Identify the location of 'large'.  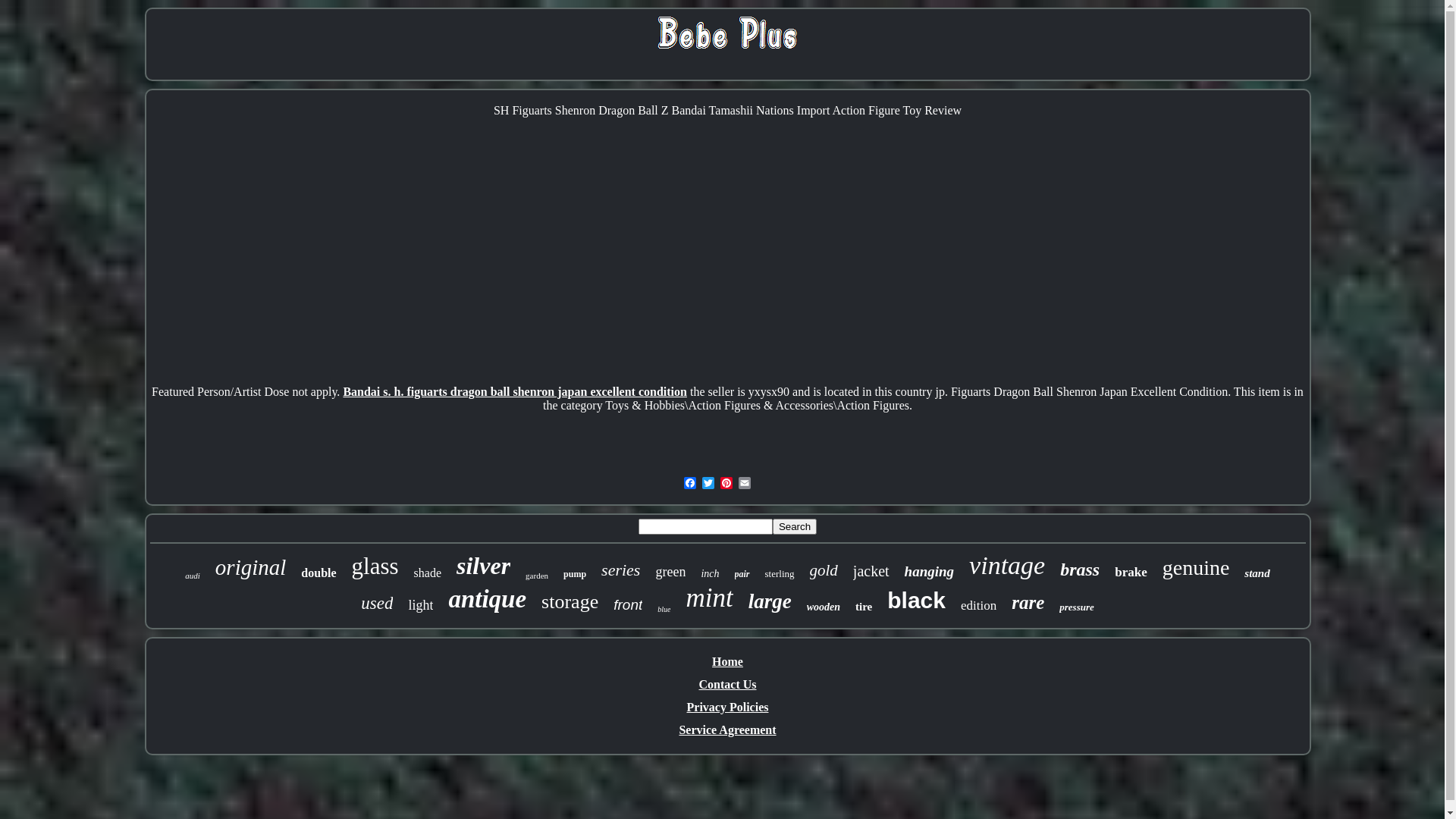
(770, 601).